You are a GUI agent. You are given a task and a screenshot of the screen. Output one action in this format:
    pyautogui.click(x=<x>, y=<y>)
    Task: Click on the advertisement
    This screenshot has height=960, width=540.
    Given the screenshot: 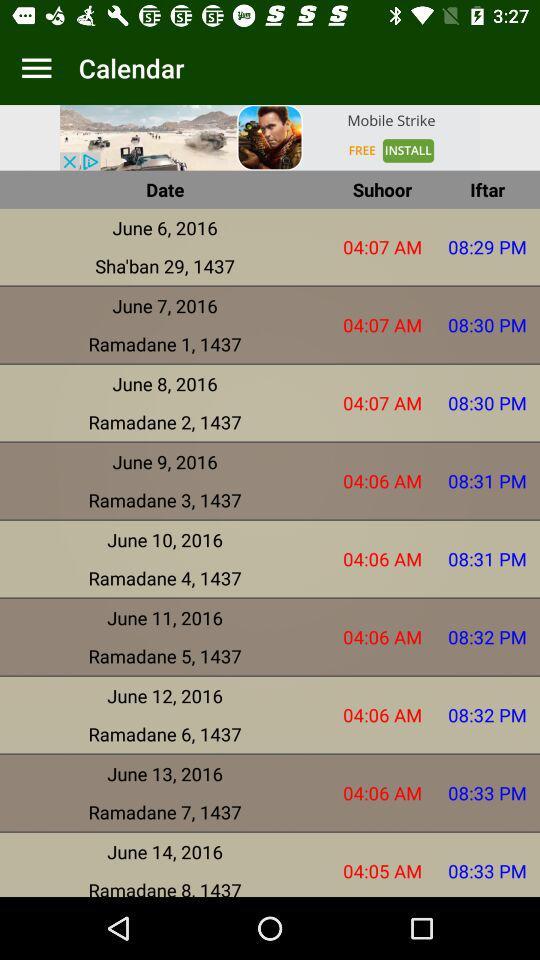 What is the action you would take?
    pyautogui.click(x=270, y=136)
    